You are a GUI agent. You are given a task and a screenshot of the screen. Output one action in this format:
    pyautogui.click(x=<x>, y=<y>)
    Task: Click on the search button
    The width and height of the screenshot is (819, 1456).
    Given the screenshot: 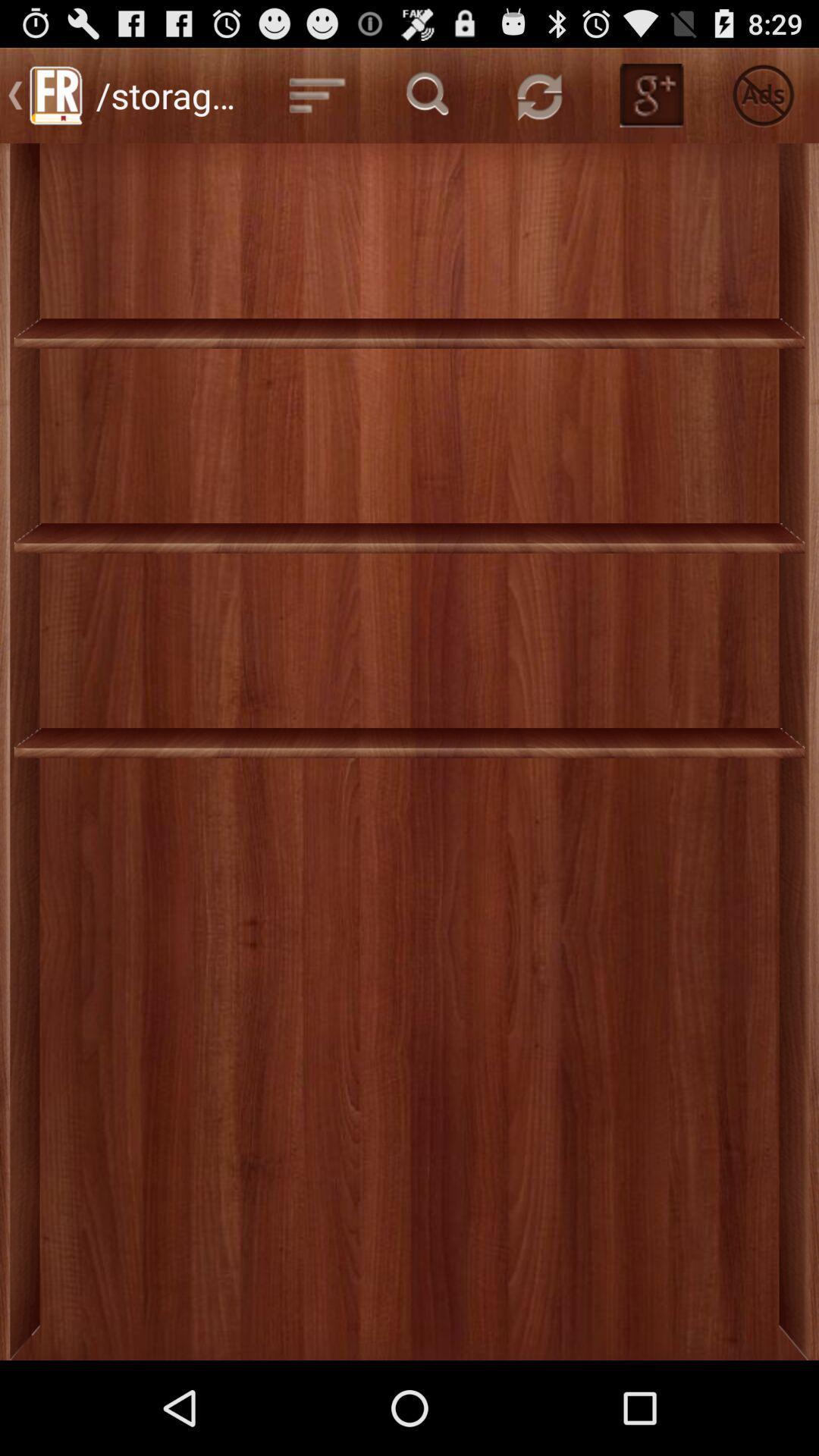 What is the action you would take?
    pyautogui.click(x=428, y=94)
    